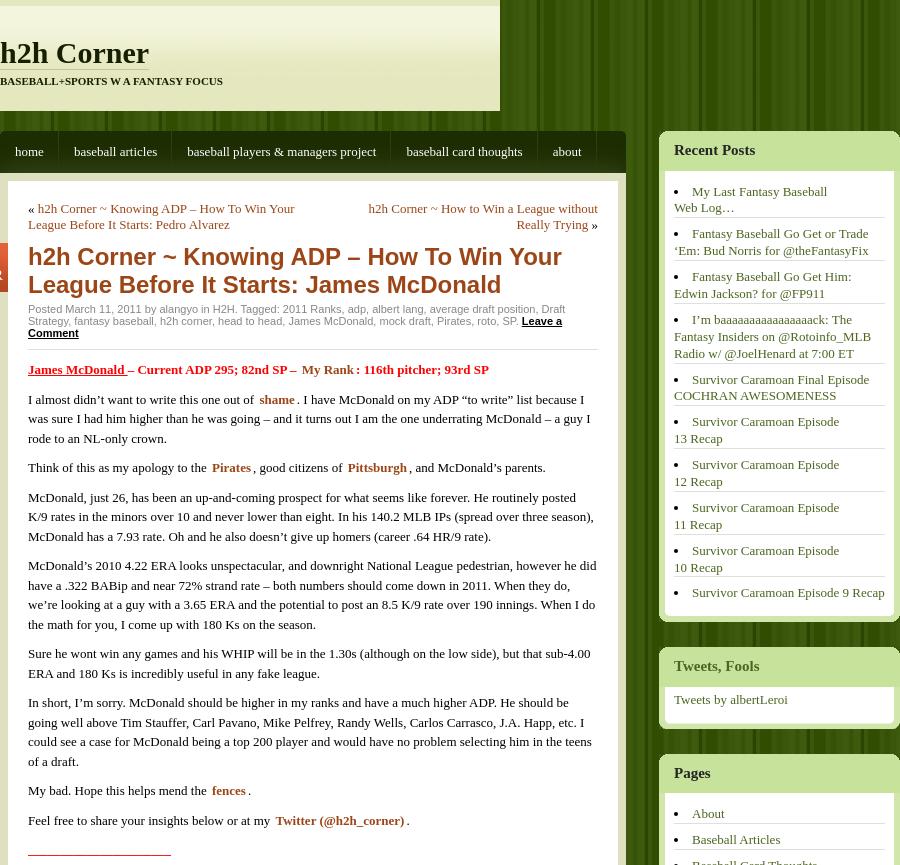 This screenshot has height=865, width=900. What do you see at coordinates (761, 283) in the screenshot?
I see `'Fantasy Baseball Go Get Him: Edwin Jackson? for @FP911'` at bounding box center [761, 283].